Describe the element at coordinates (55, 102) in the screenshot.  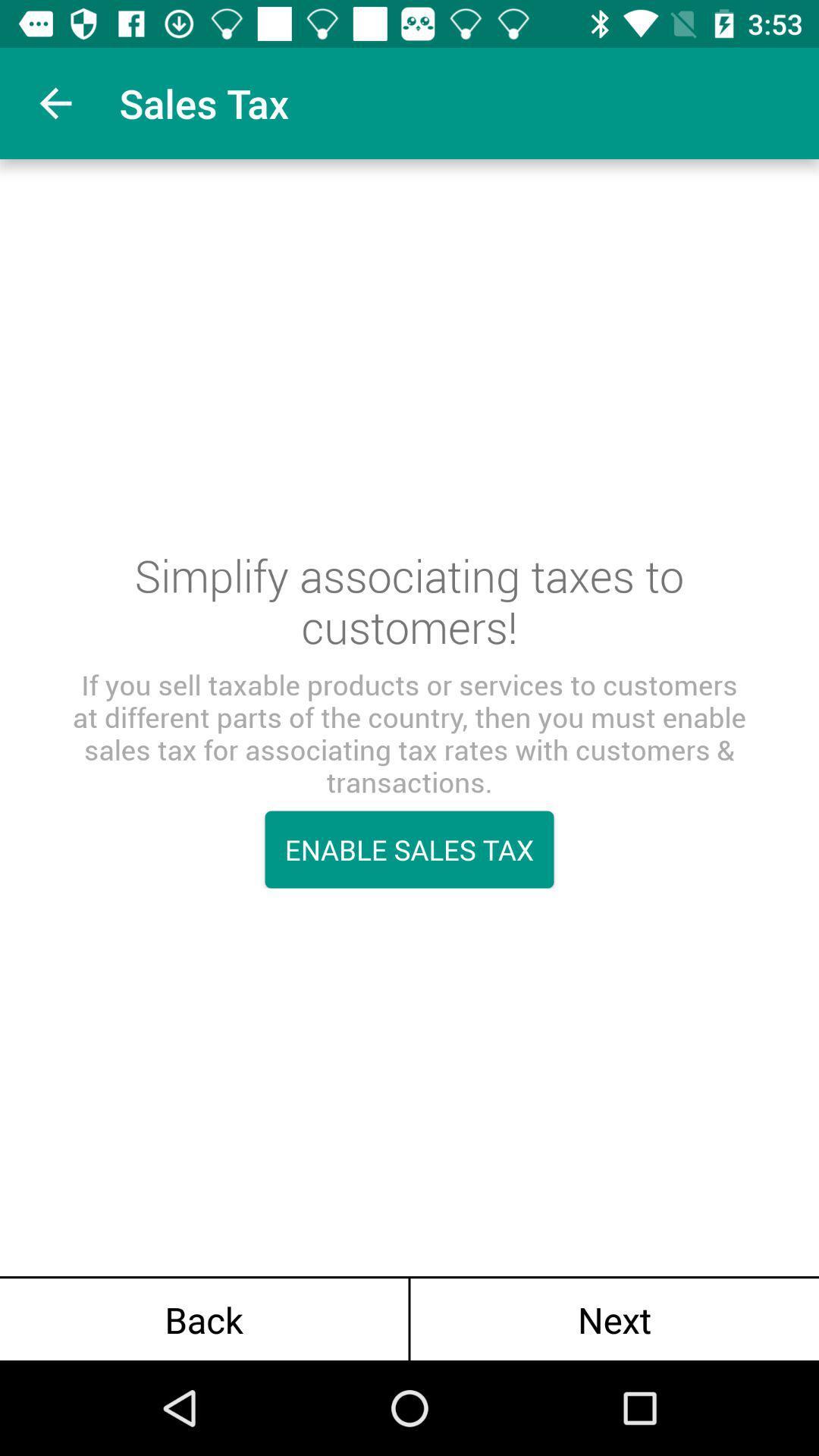
I see `app next to the sales tax` at that location.